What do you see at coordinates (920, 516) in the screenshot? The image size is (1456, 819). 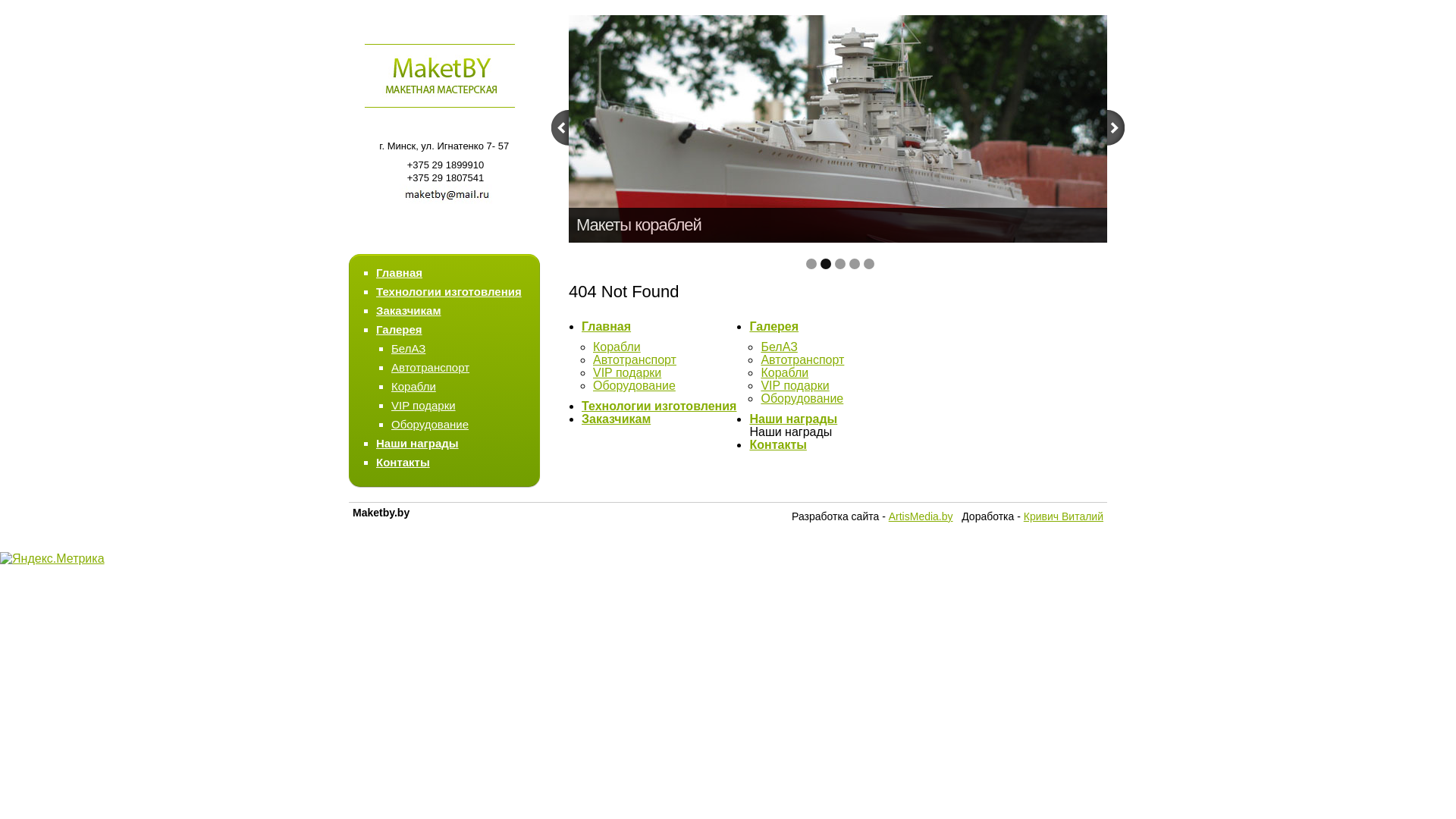 I see `'ArtisMedia.by'` at bounding box center [920, 516].